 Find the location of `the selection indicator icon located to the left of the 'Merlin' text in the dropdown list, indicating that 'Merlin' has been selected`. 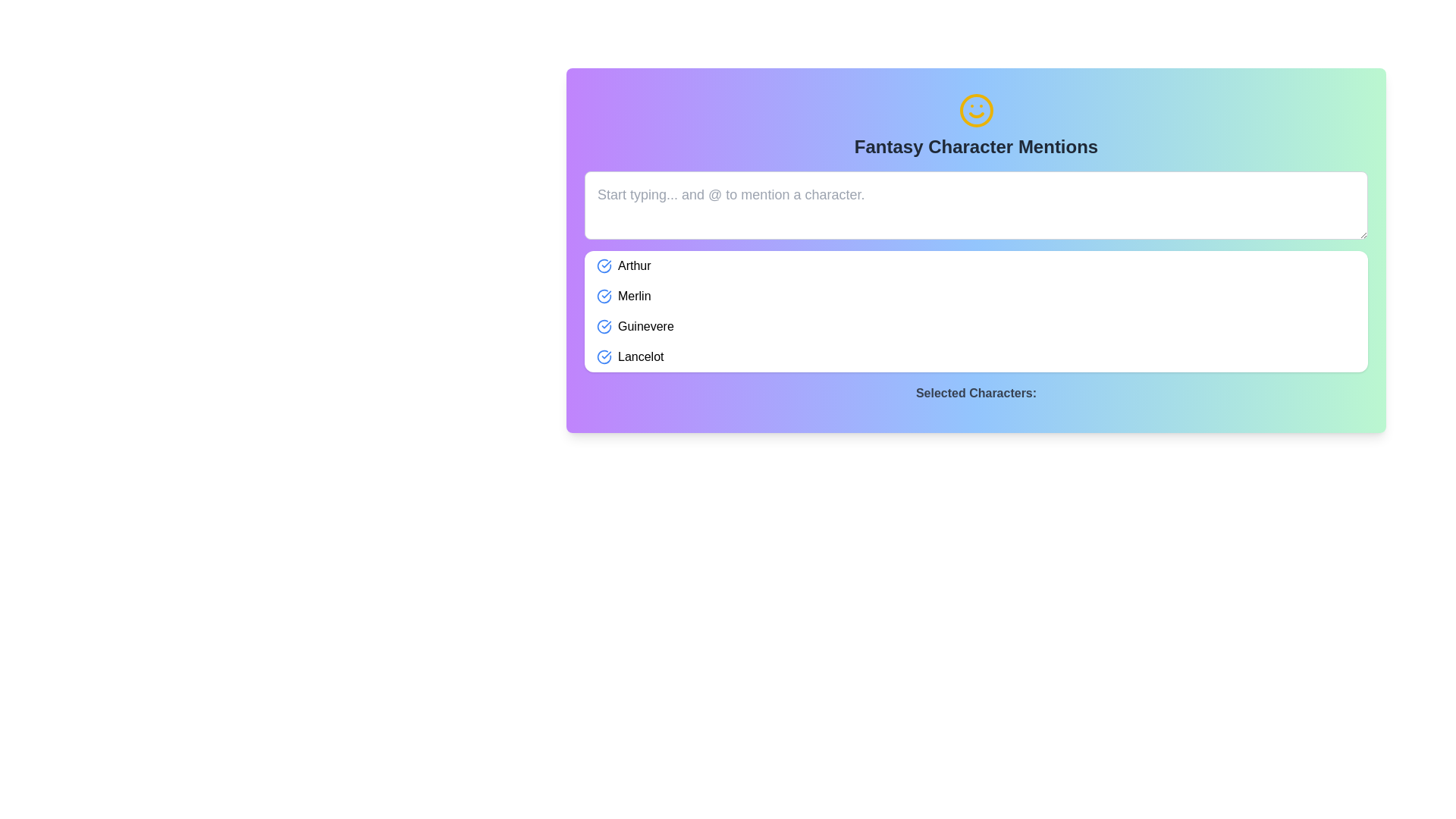

the selection indicator icon located to the left of the 'Merlin' text in the dropdown list, indicating that 'Merlin' has been selected is located at coordinates (603, 296).